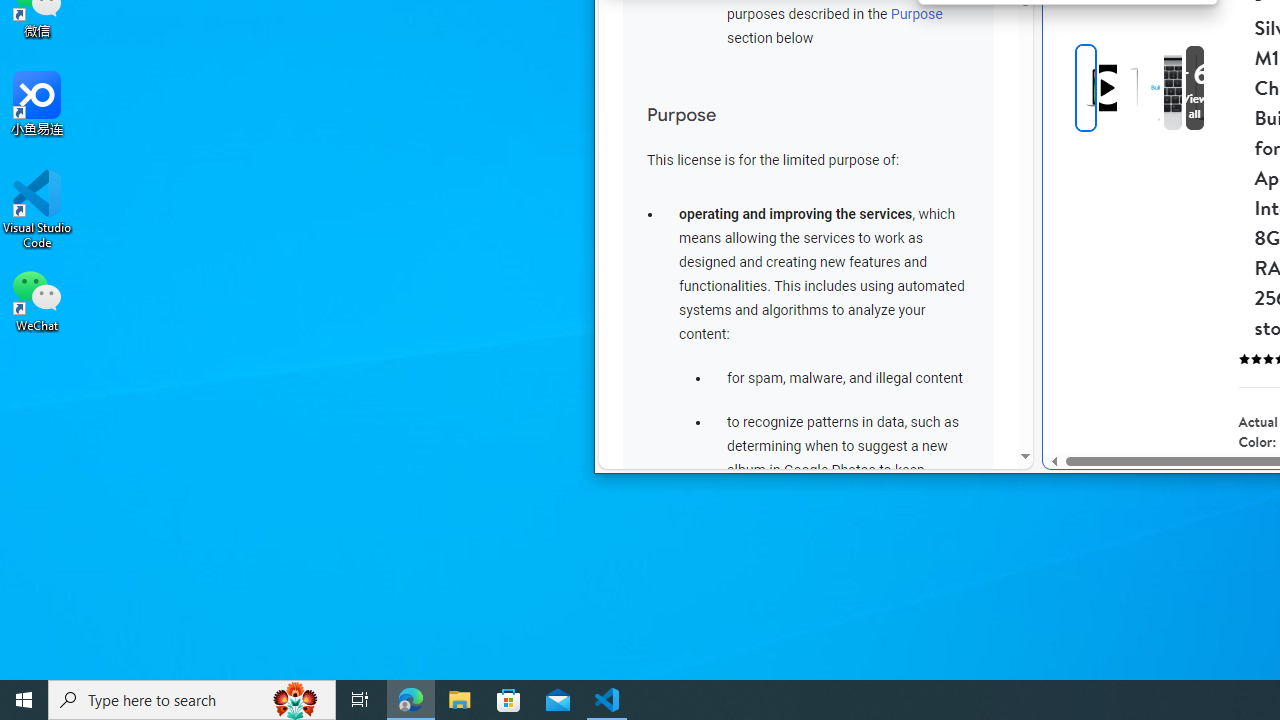  I want to click on 'Visual Studio Code - 1 running window', so click(606, 698).